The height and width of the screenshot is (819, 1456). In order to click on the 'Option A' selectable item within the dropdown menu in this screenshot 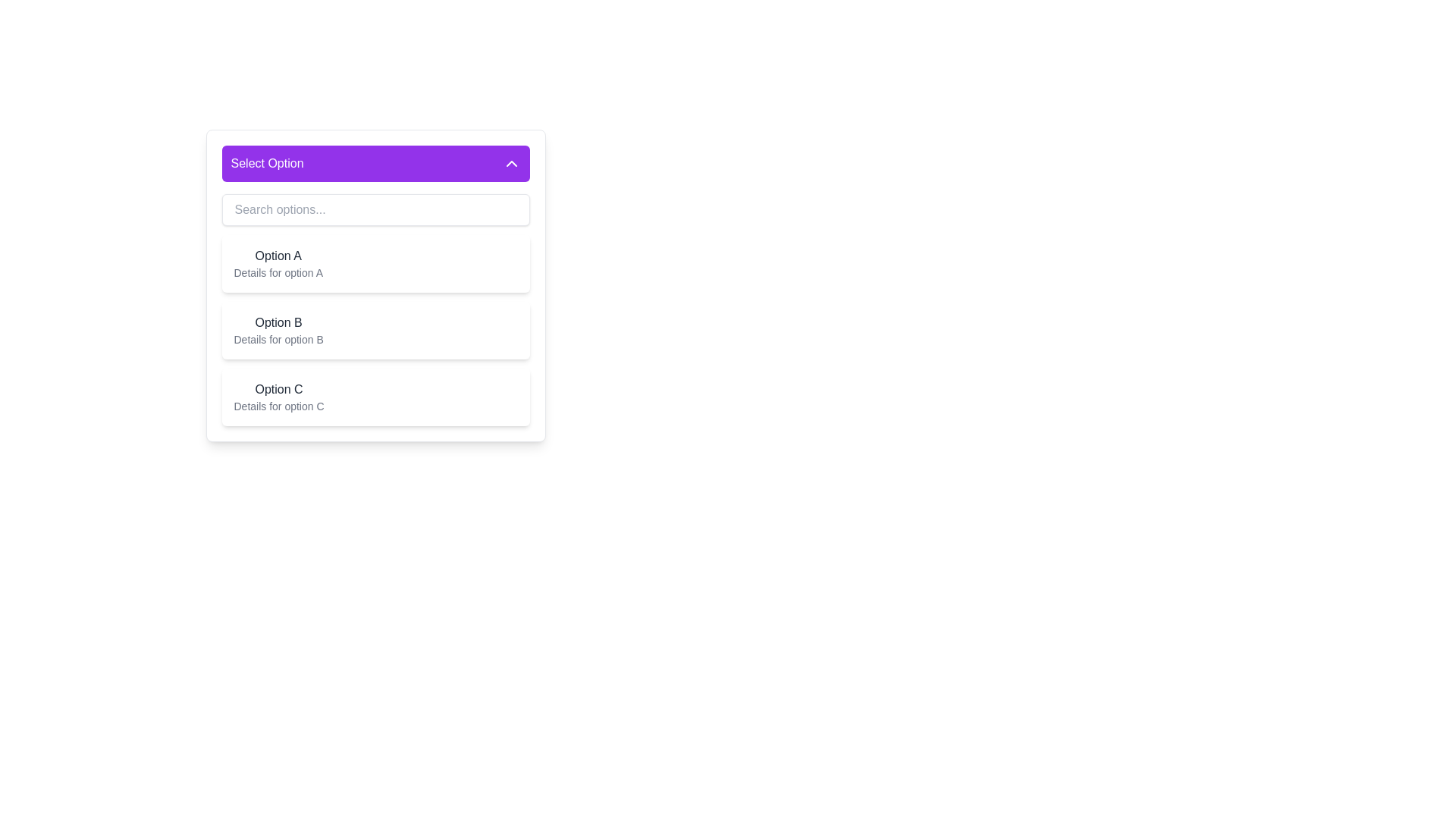, I will do `click(278, 262)`.